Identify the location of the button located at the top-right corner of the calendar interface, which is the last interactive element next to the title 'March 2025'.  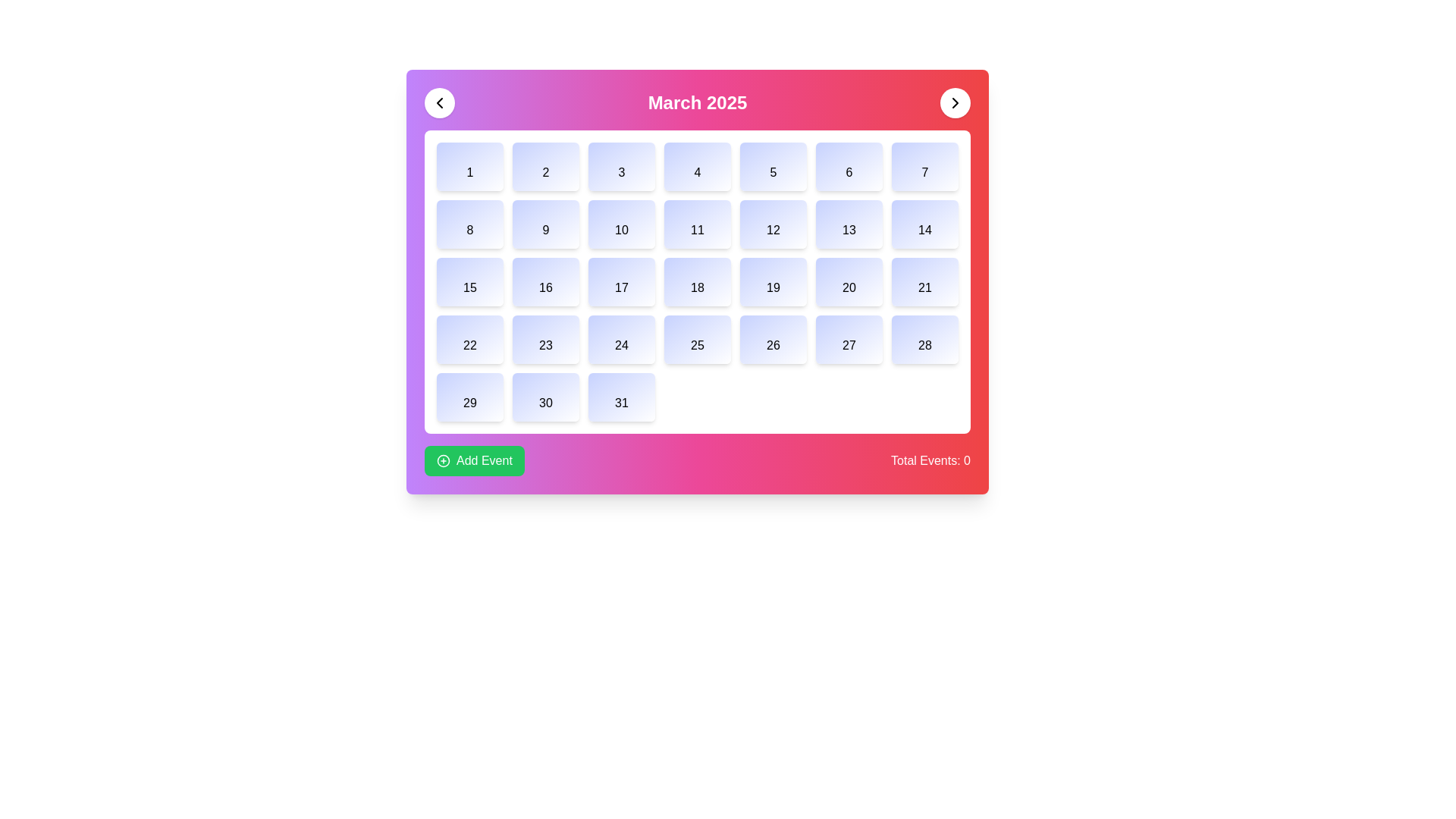
(954, 102).